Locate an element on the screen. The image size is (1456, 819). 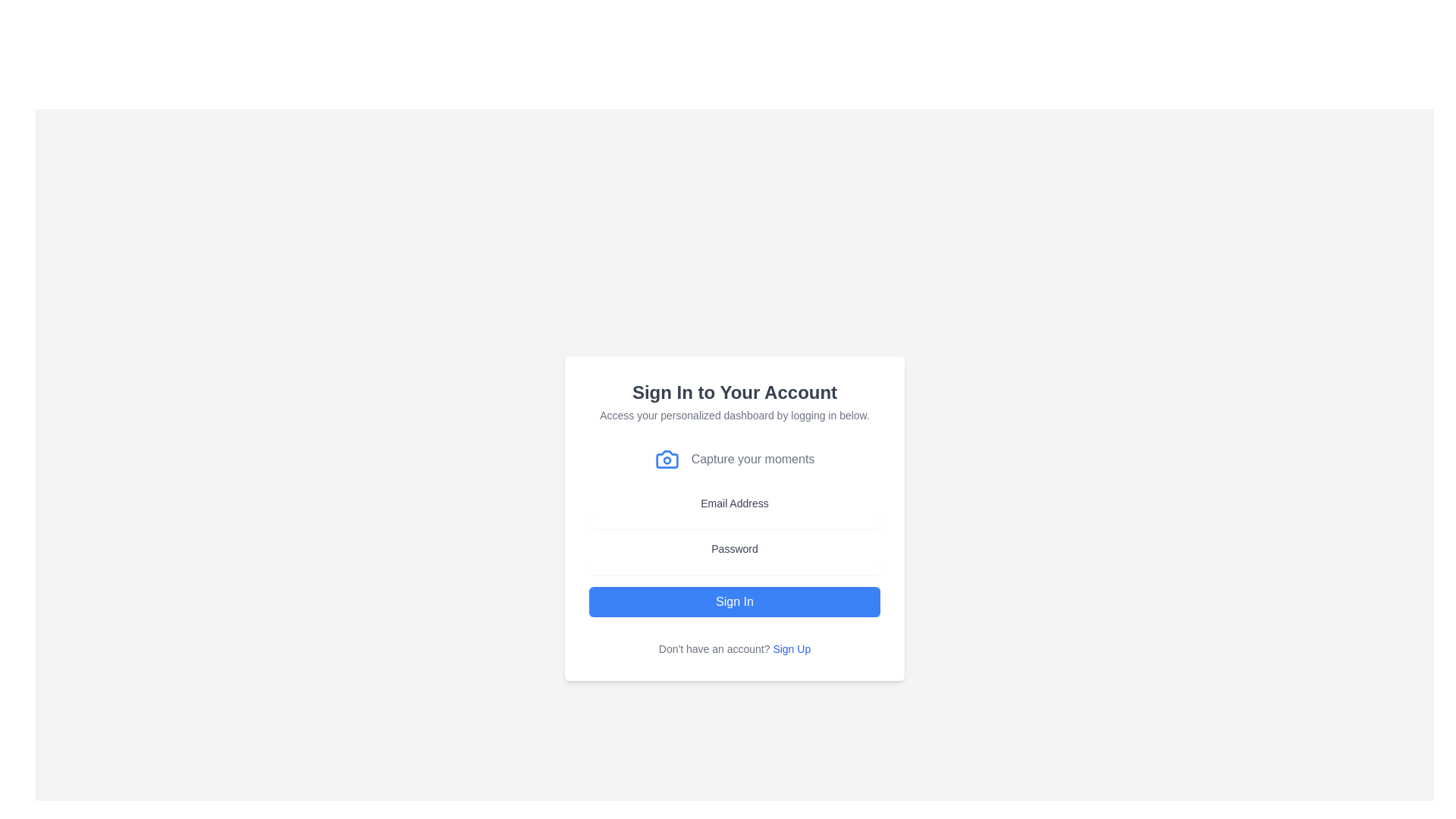
the email input field by tabbing to it, which is located directly below the 'Email Address' label and features a rounded rectangular shape with light gray borders is located at coordinates (735, 520).